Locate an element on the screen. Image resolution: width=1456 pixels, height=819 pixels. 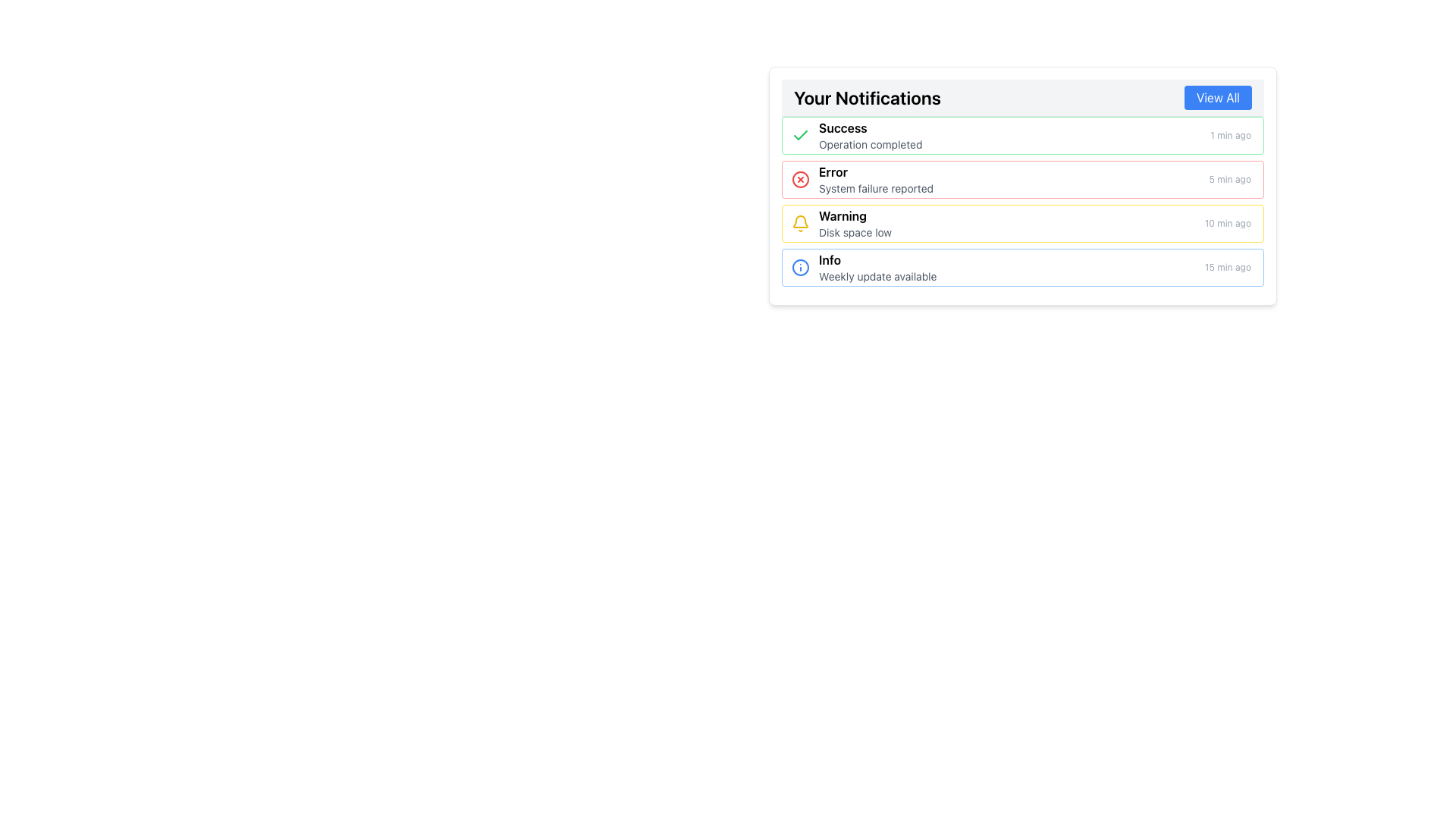
the warning notification icon located in the third row of the notifications panel under 'Your Notifications'. This icon enhances clarity for users regarding warning notifications is located at coordinates (800, 223).